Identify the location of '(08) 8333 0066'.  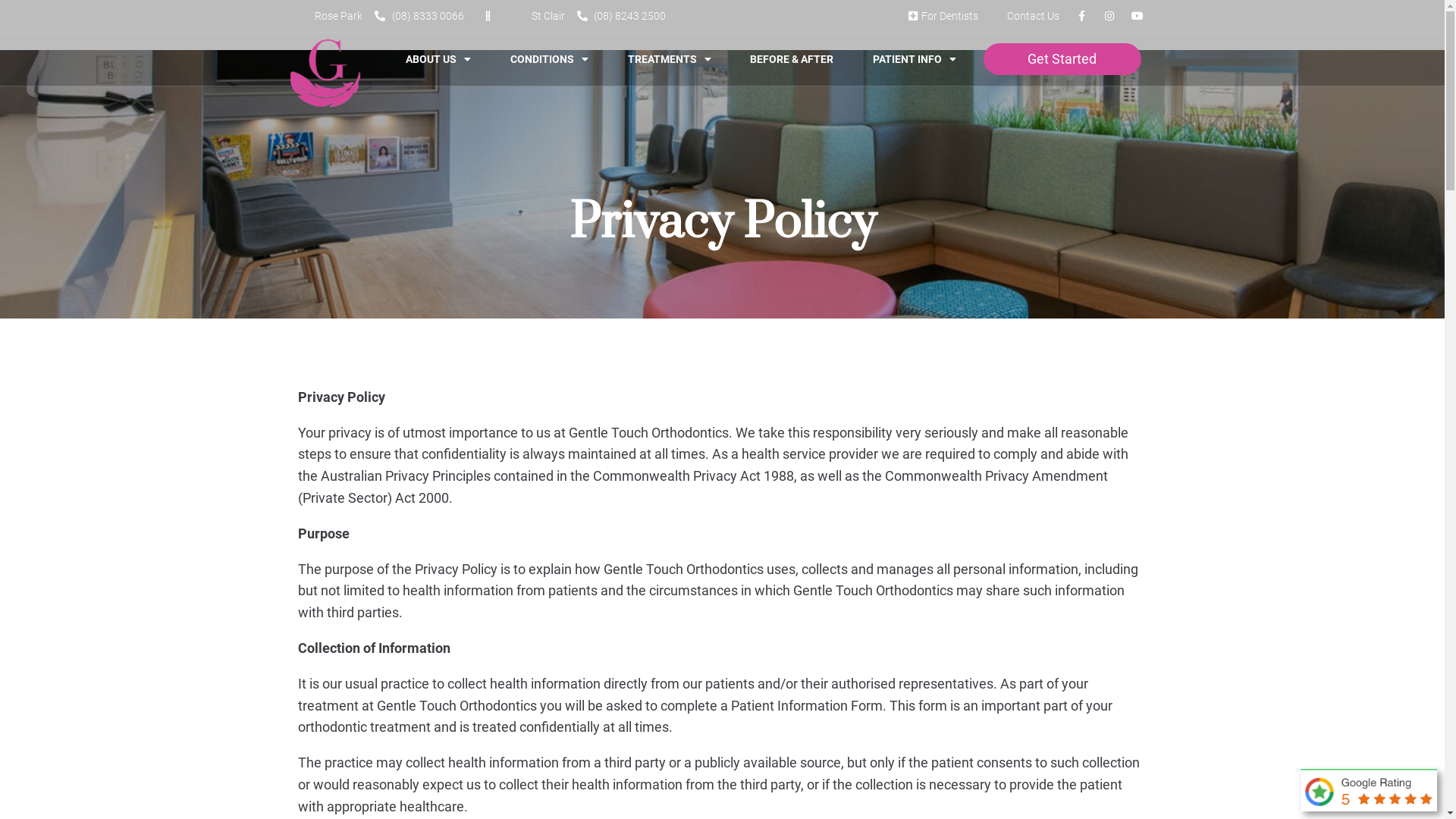
(375, 15).